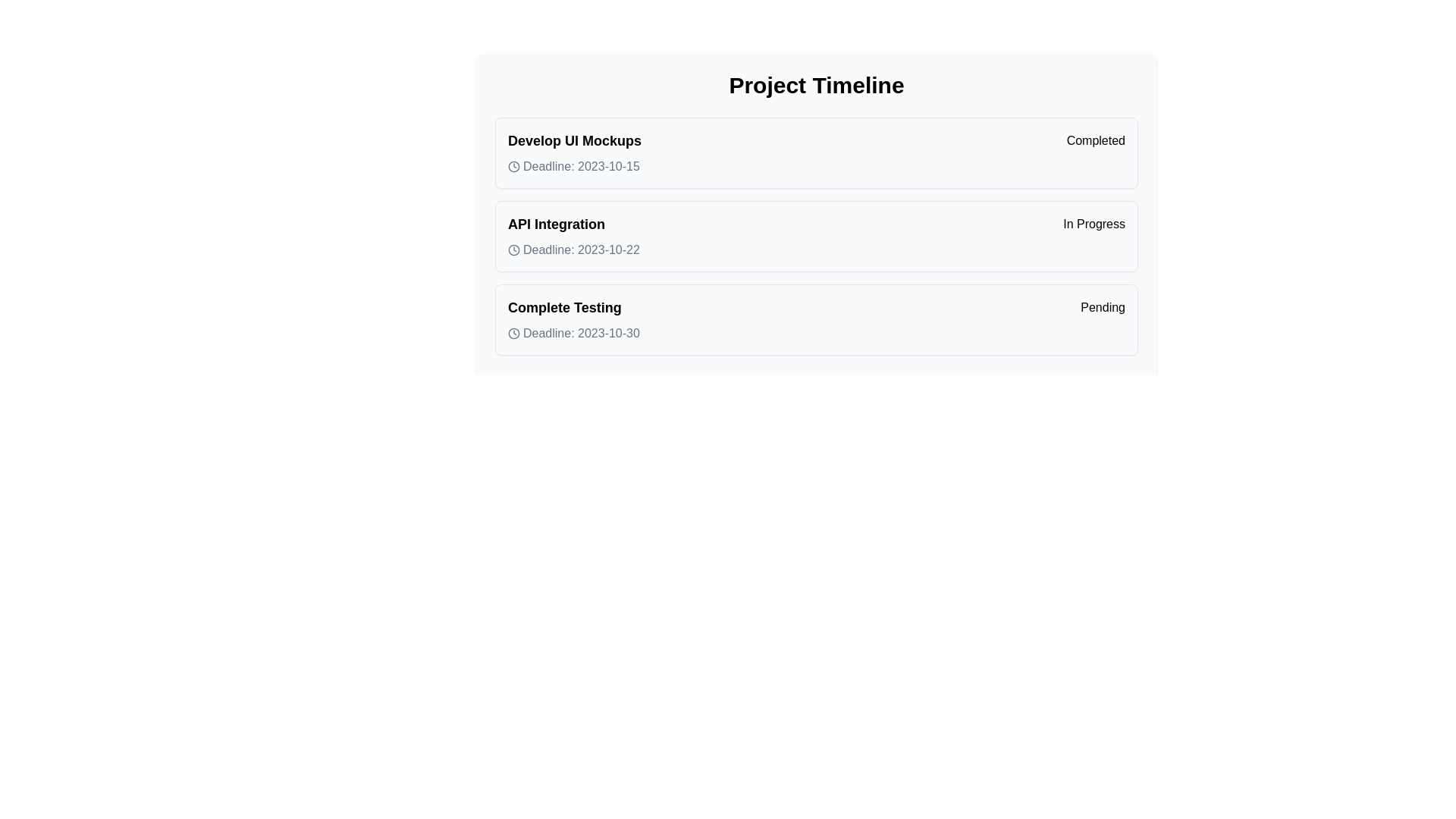  Describe the element at coordinates (1096, 140) in the screenshot. I see `the completion badge for the task 'Develop UI Mockups'` at that location.